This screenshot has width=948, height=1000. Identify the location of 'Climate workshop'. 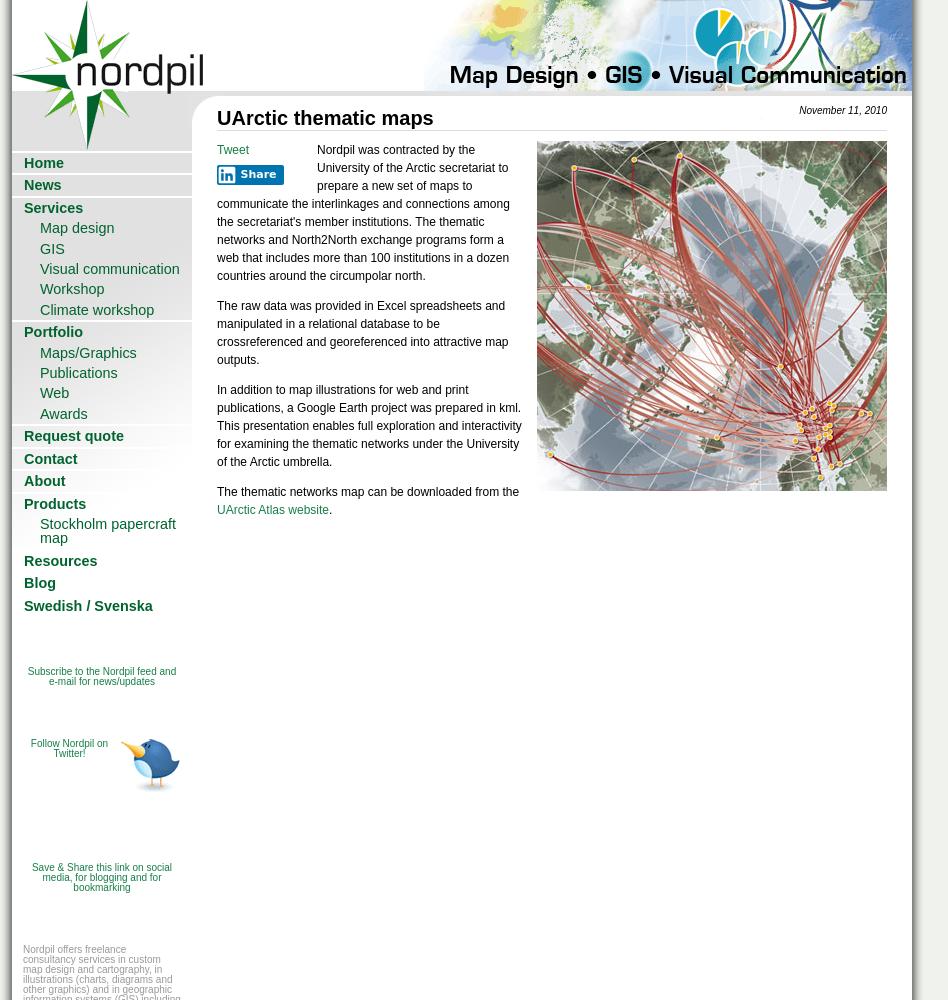
(96, 309).